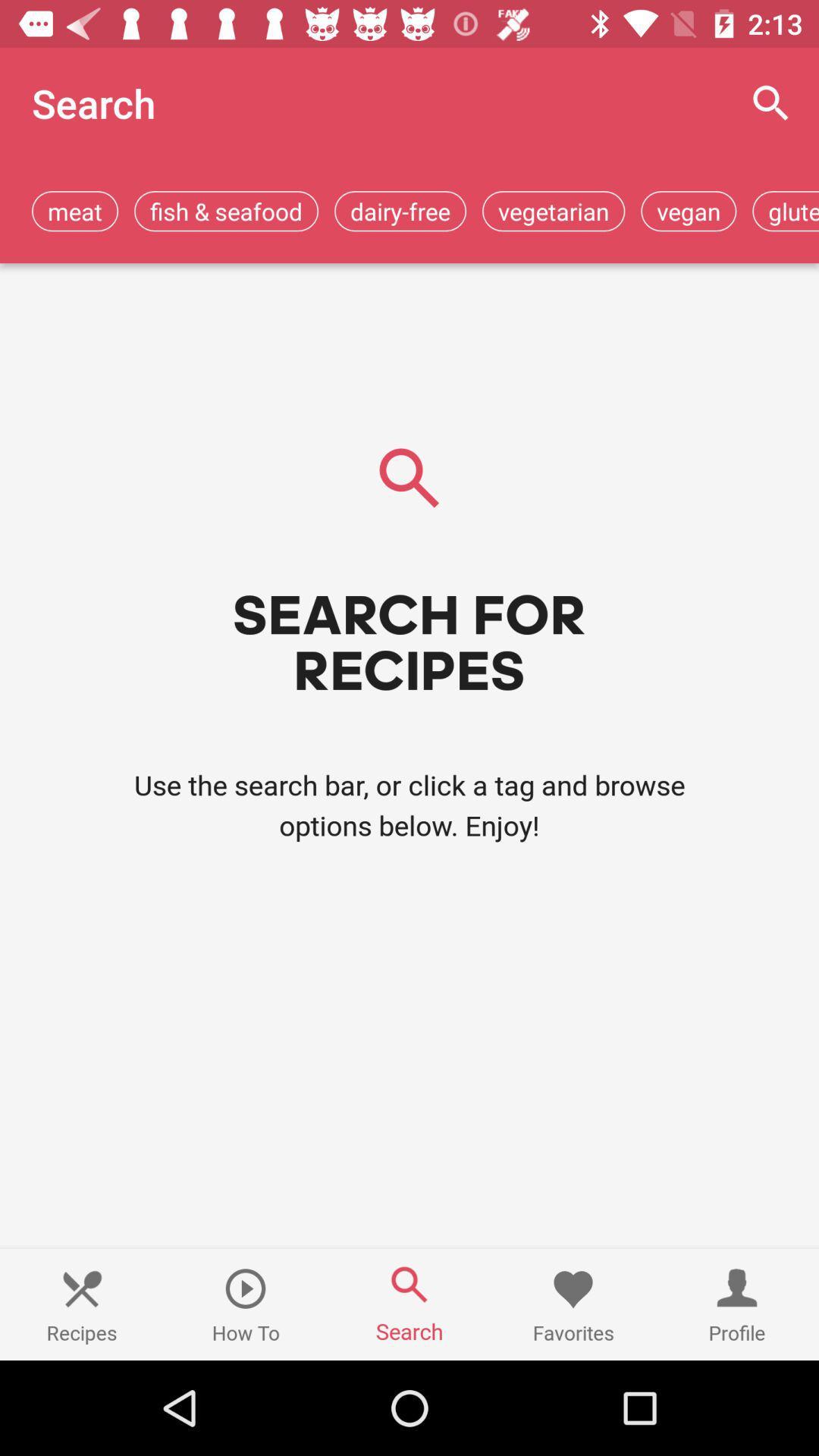 This screenshot has height=1456, width=819. I want to click on icon next to the meat app, so click(226, 210).